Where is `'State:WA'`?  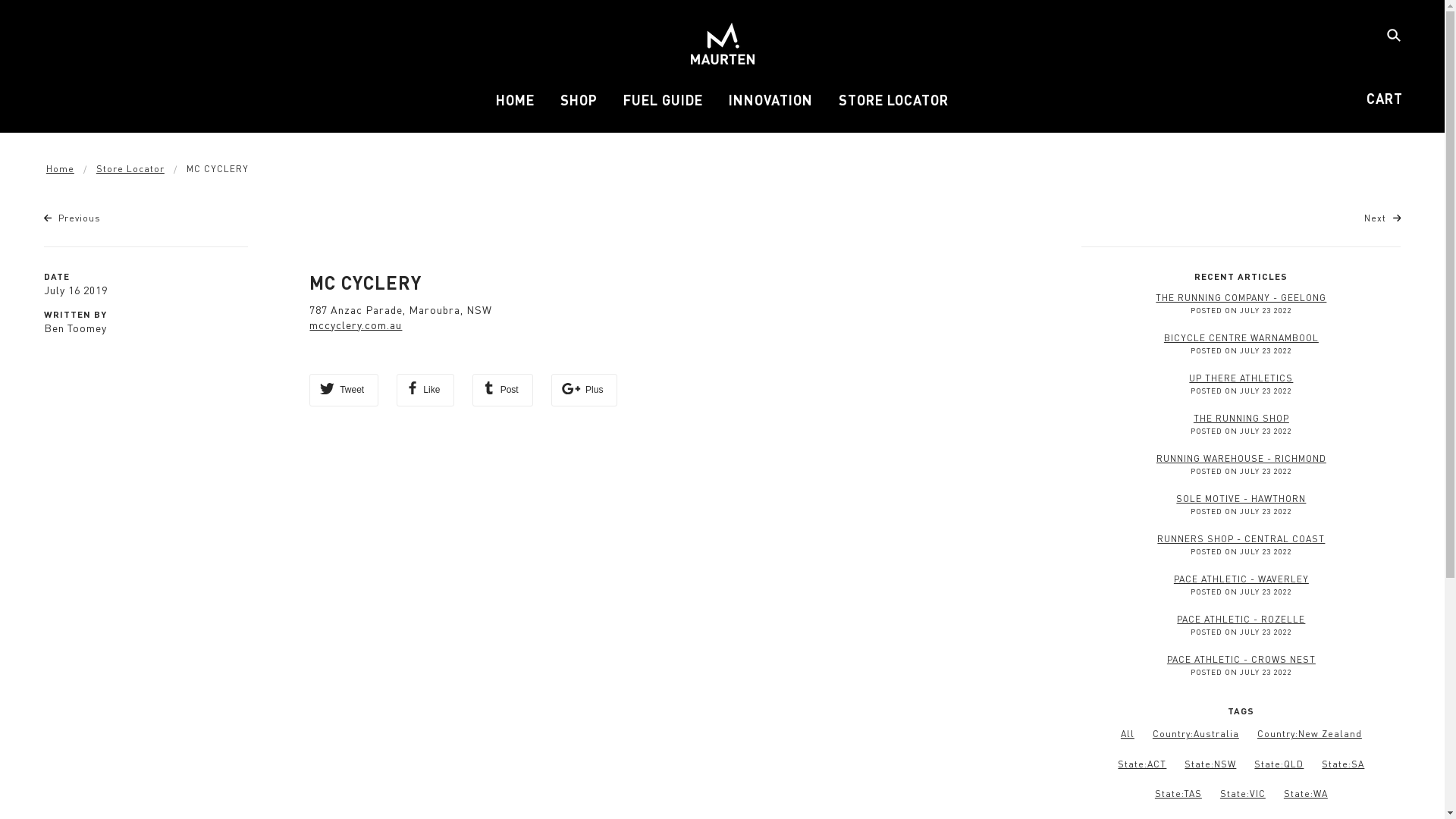
'State:WA' is located at coordinates (1305, 792).